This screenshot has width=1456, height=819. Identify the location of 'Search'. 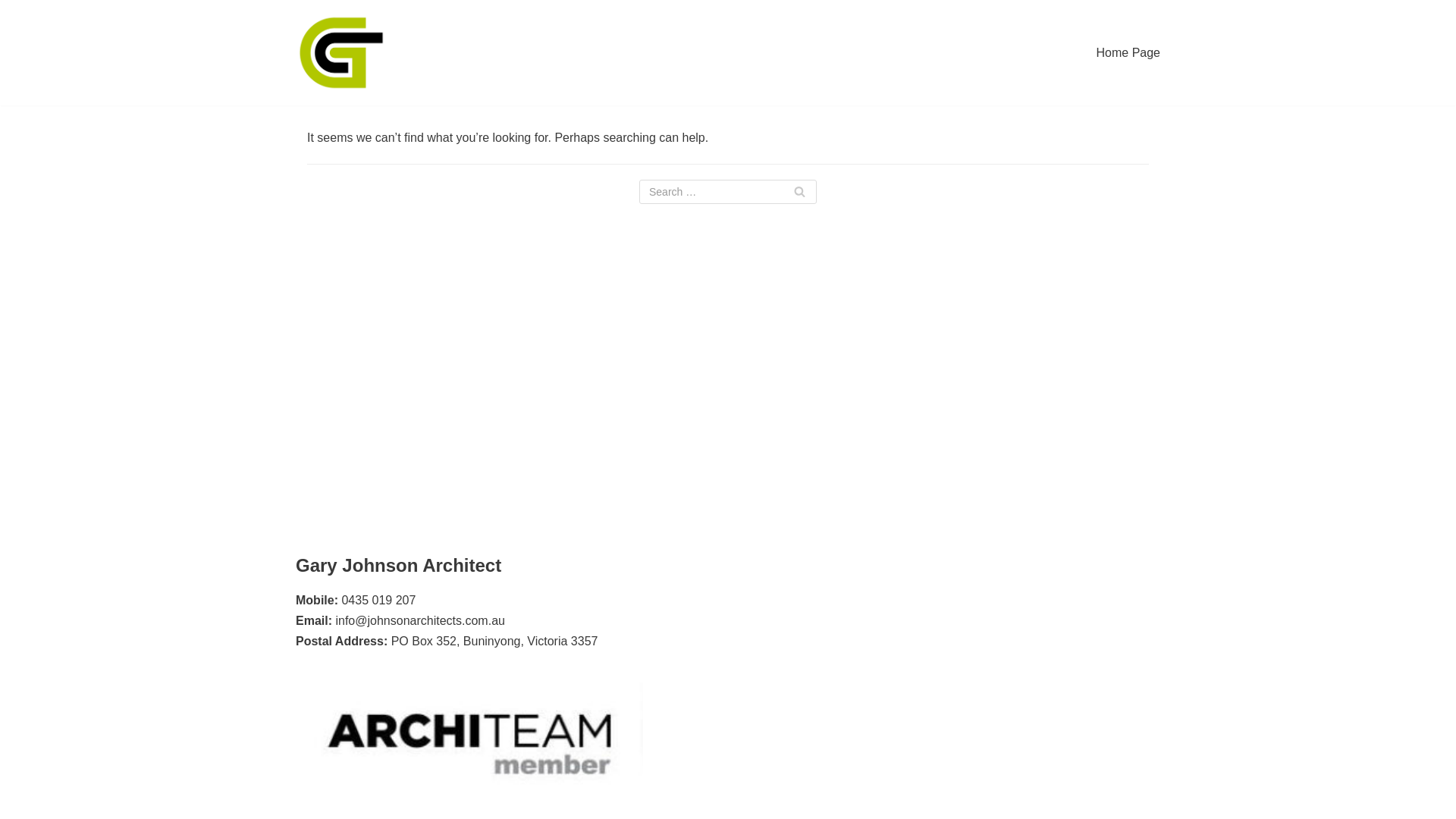
(799, 191).